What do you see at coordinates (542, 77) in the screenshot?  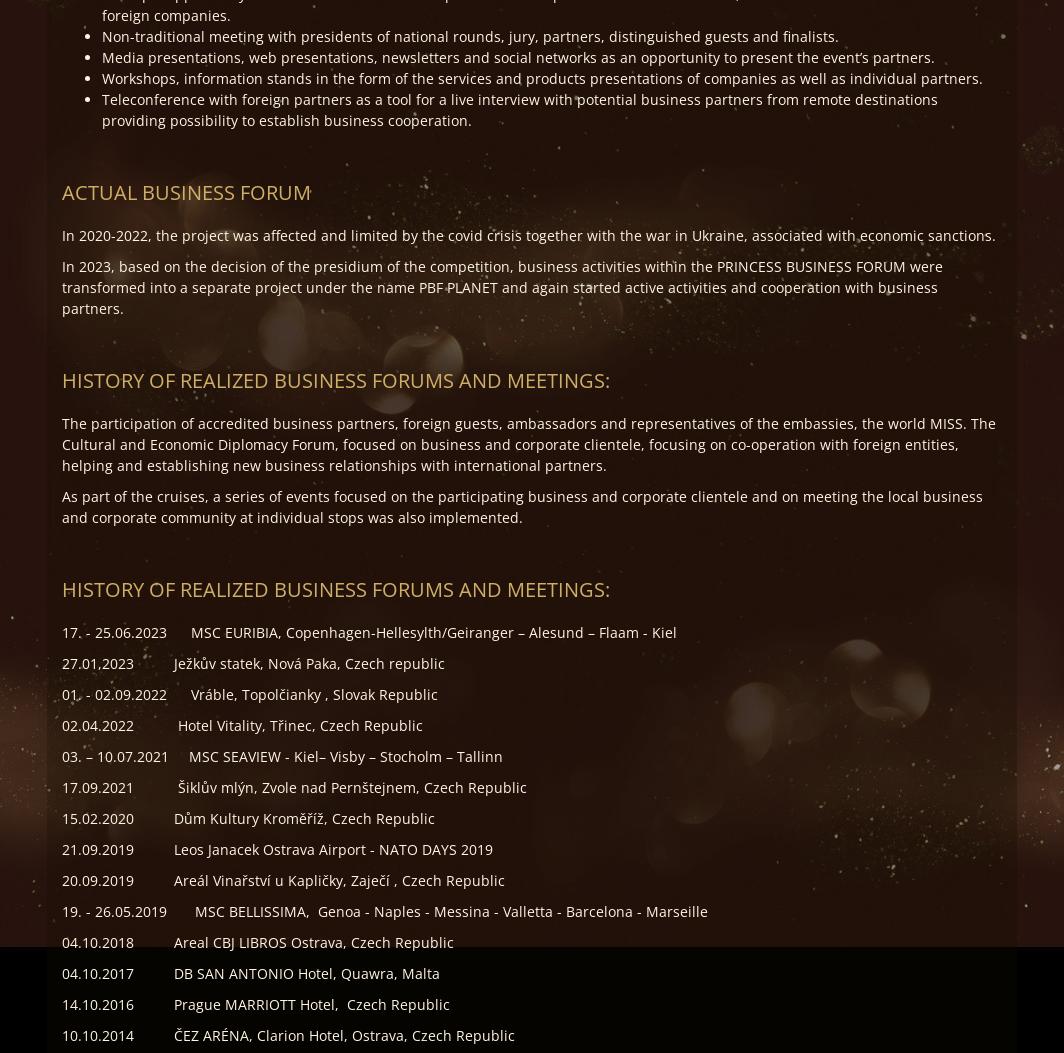 I see `'Workshops, information stands in the form of the services and products presentations of companies as well as individual partners.'` at bounding box center [542, 77].